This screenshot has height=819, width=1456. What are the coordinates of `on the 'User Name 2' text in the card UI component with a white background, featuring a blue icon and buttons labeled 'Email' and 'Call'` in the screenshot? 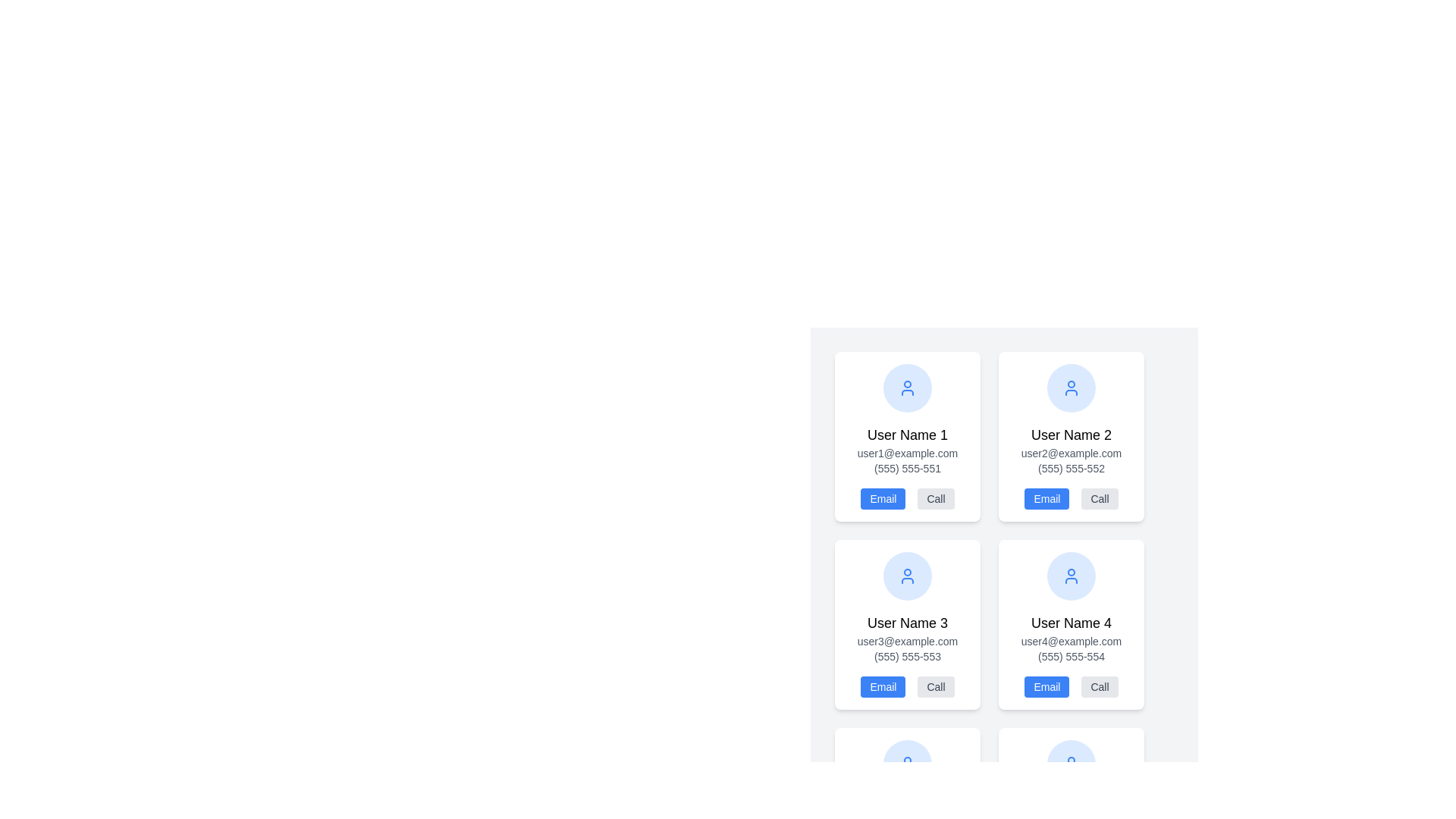 It's located at (1070, 436).